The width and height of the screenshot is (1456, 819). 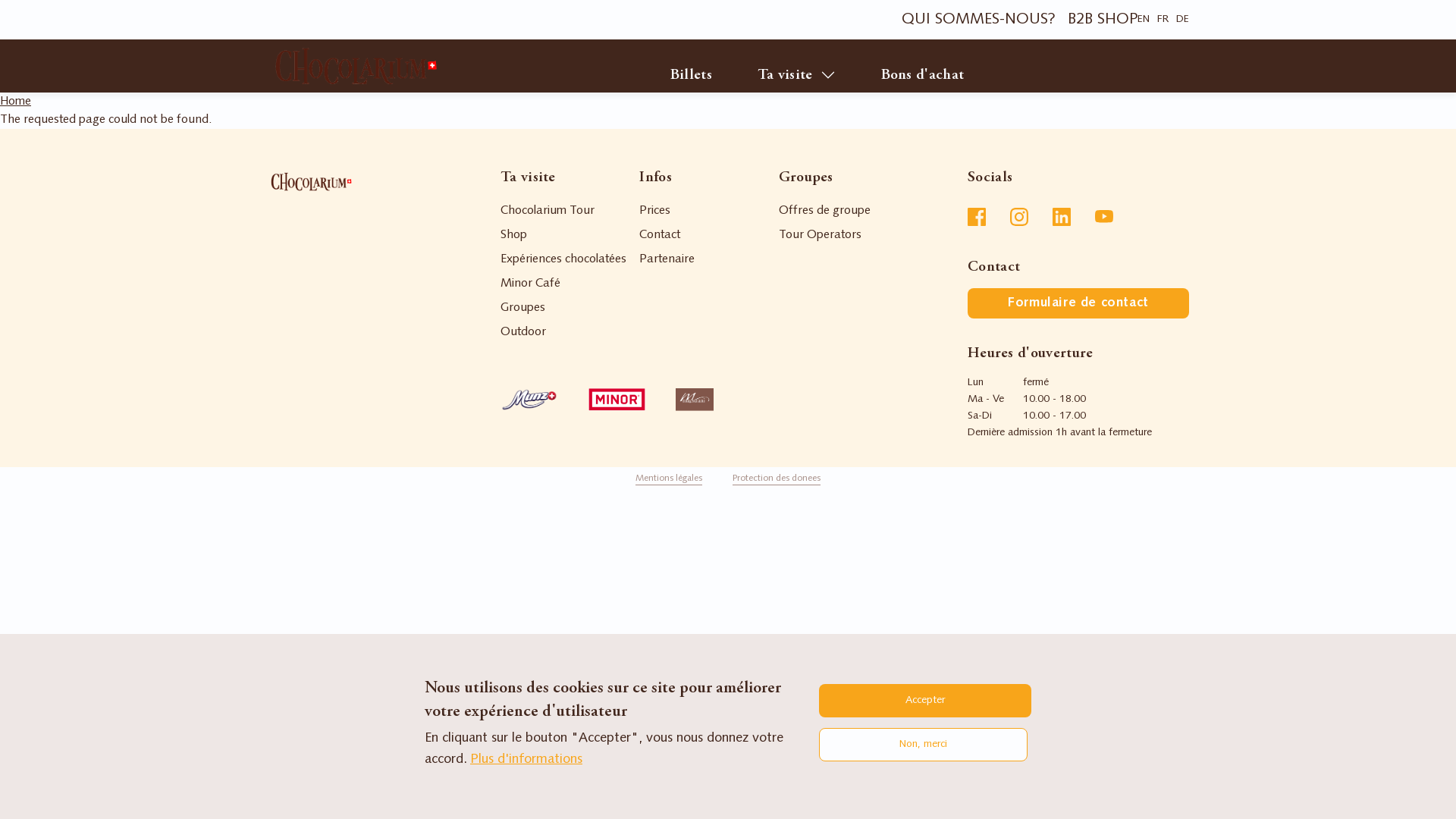 What do you see at coordinates (922, 75) in the screenshot?
I see `'Bons d'achat'` at bounding box center [922, 75].